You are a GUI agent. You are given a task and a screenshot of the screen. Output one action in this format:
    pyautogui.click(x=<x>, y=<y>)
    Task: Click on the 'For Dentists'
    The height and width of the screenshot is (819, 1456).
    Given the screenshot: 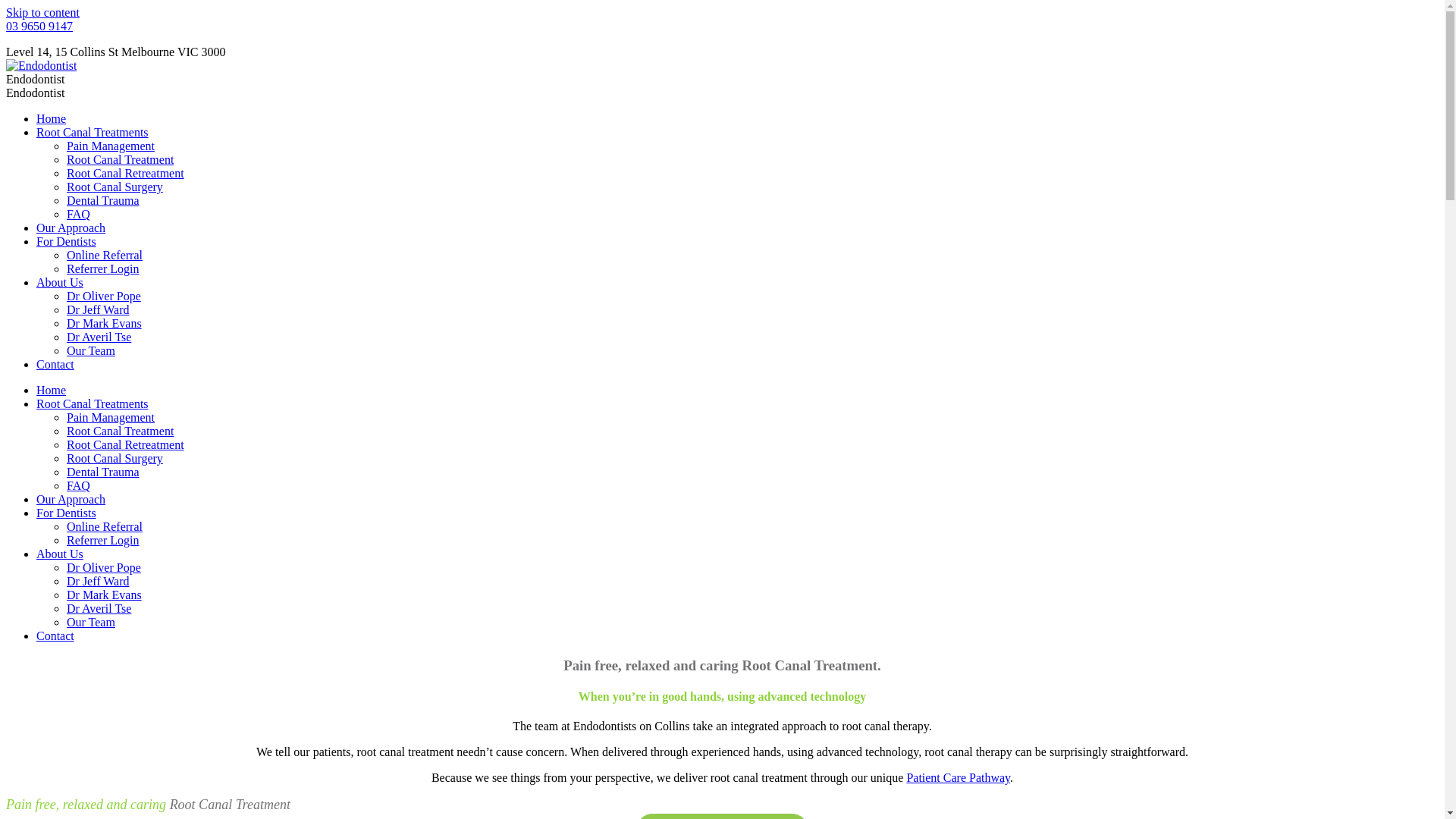 What is the action you would take?
    pyautogui.click(x=65, y=512)
    